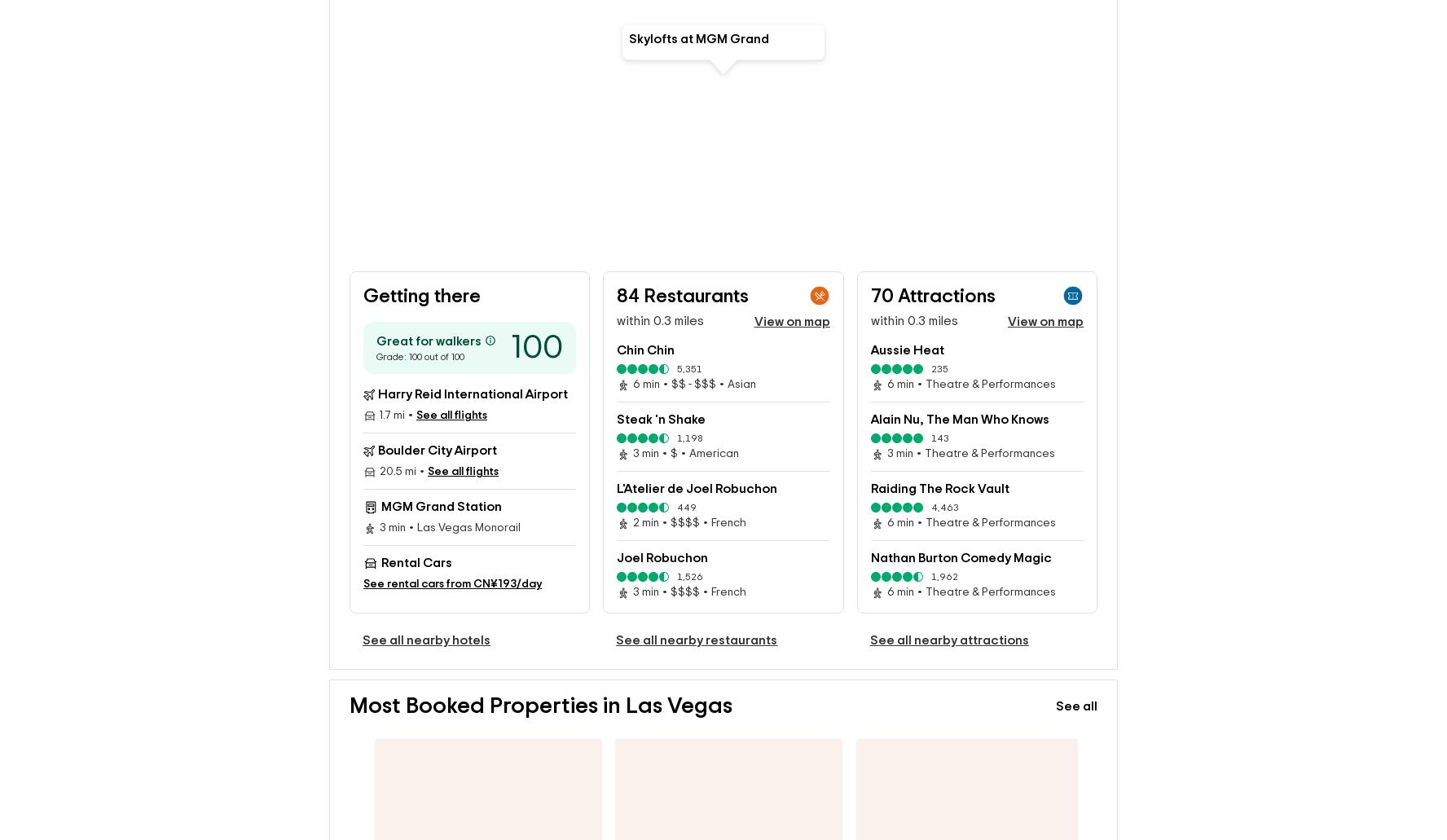 Image resolution: width=1447 pixels, height=840 pixels. What do you see at coordinates (907, 323) in the screenshot?
I see `'Aussie Heat'` at bounding box center [907, 323].